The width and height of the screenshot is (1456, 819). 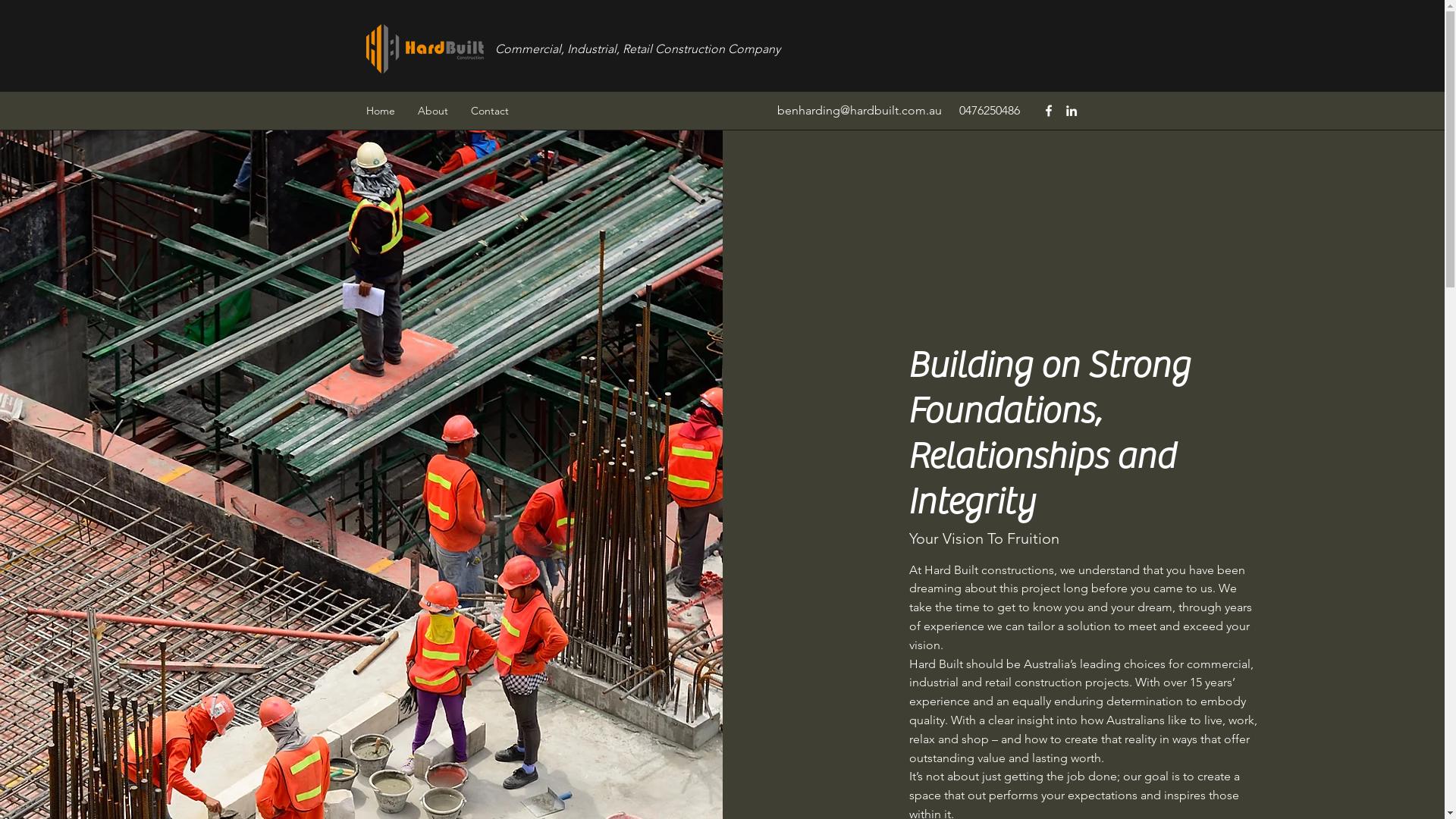 I want to click on 'benharding@hardbuilt.com.au', so click(x=858, y=109).